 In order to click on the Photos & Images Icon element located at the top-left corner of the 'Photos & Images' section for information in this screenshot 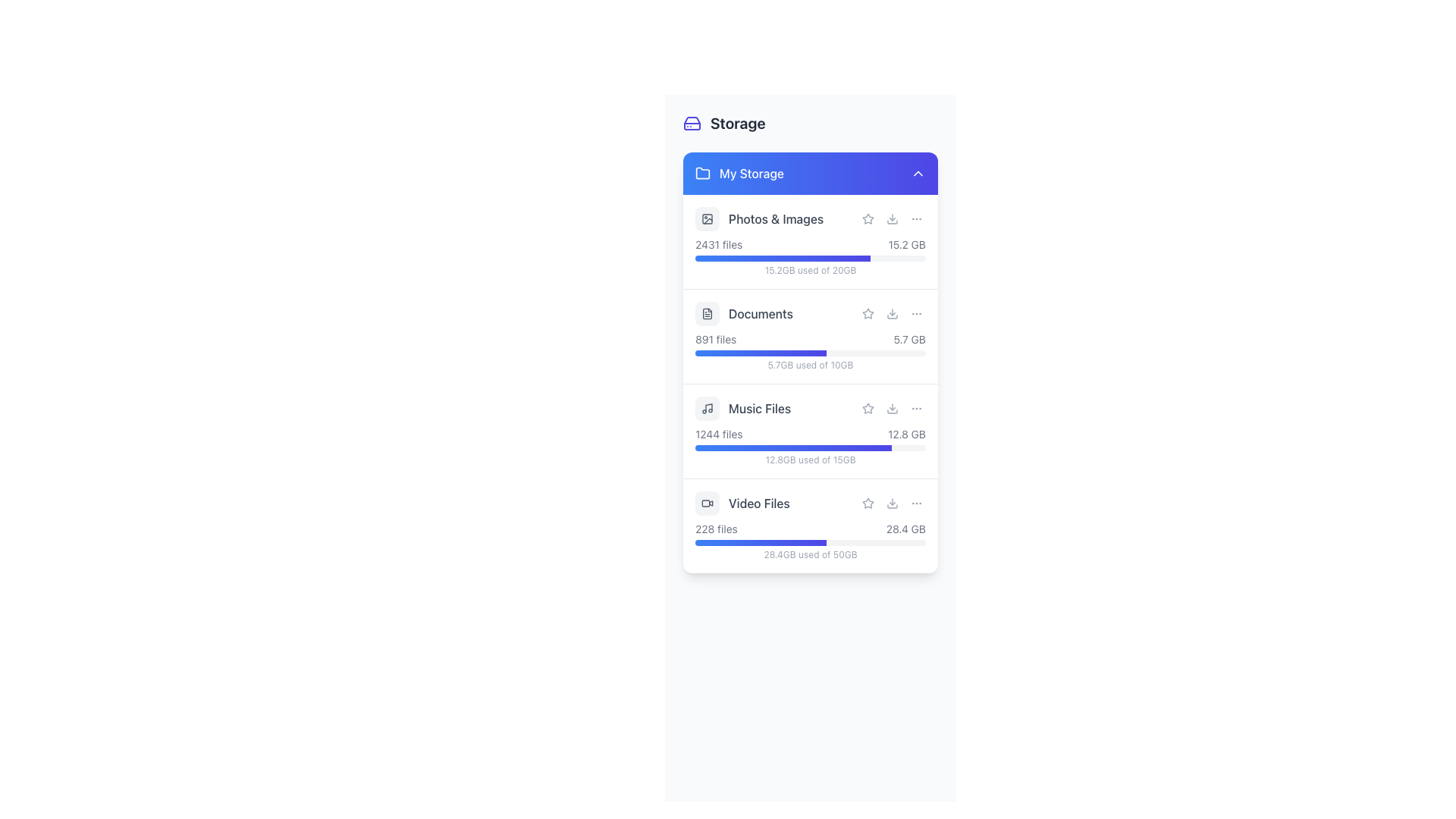, I will do `click(706, 219)`.